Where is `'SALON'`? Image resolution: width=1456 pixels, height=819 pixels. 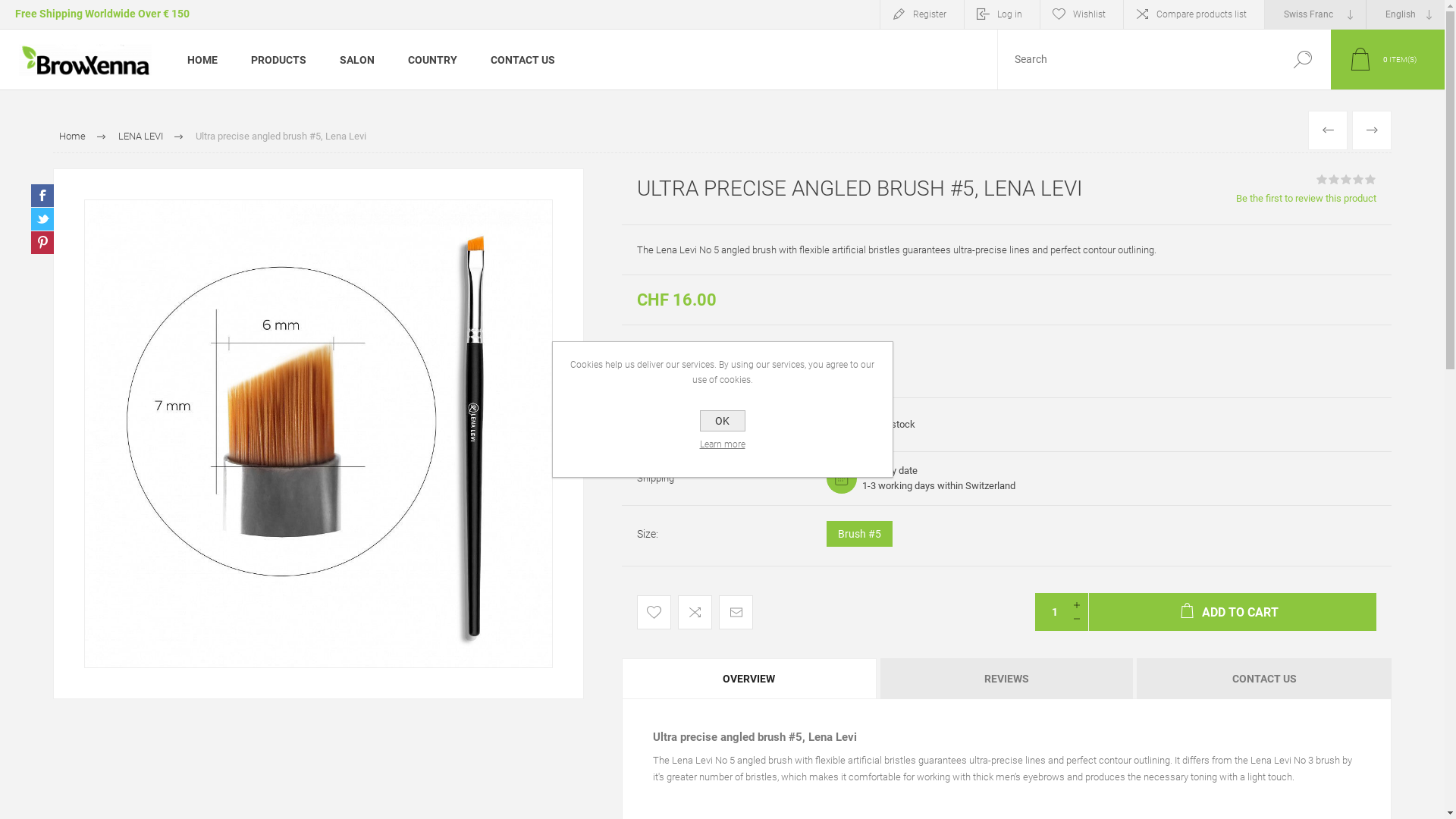
'SALON' is located at coordinates (322, 58).